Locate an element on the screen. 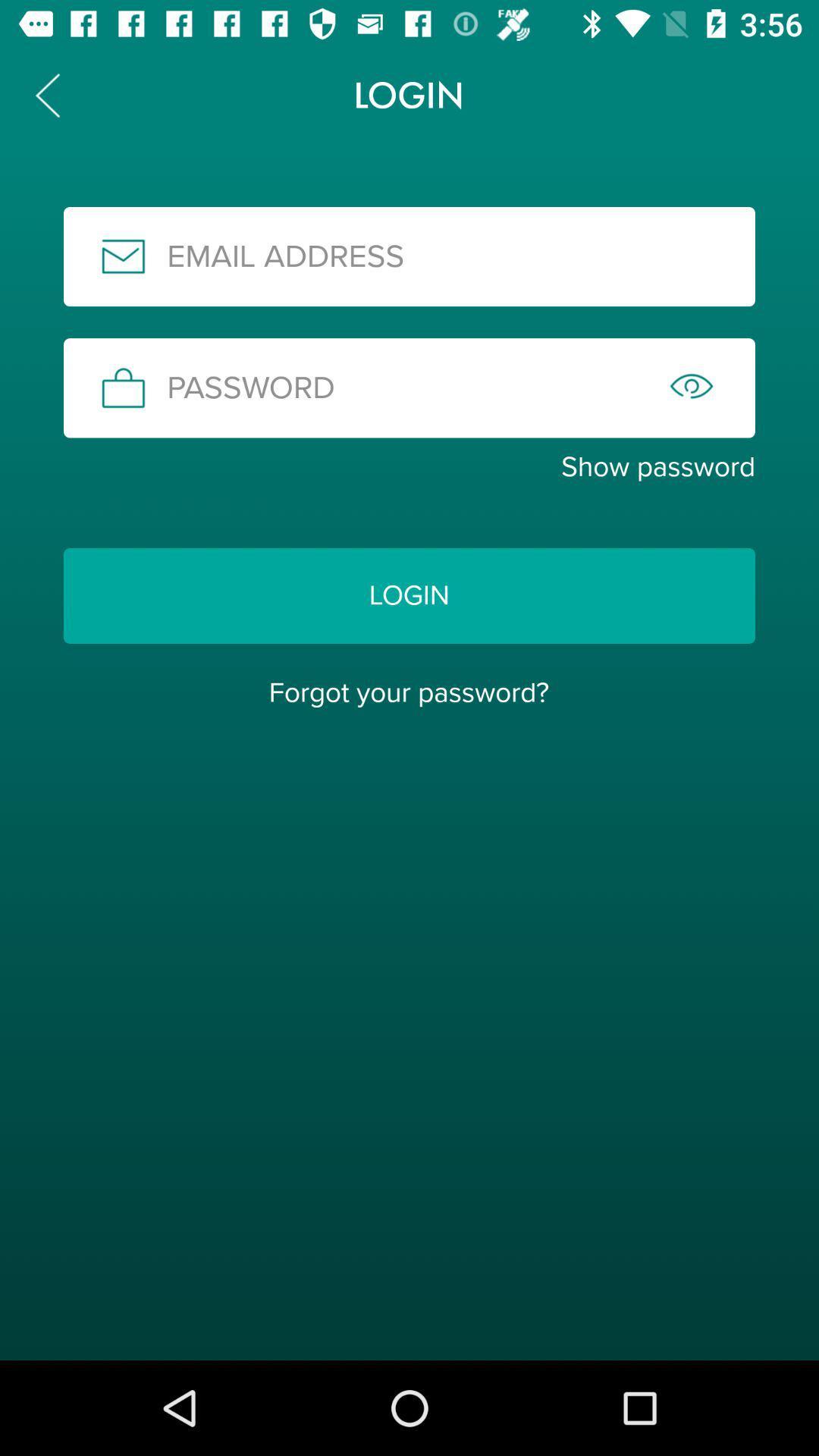  your password is located at coordinates (409, 388).